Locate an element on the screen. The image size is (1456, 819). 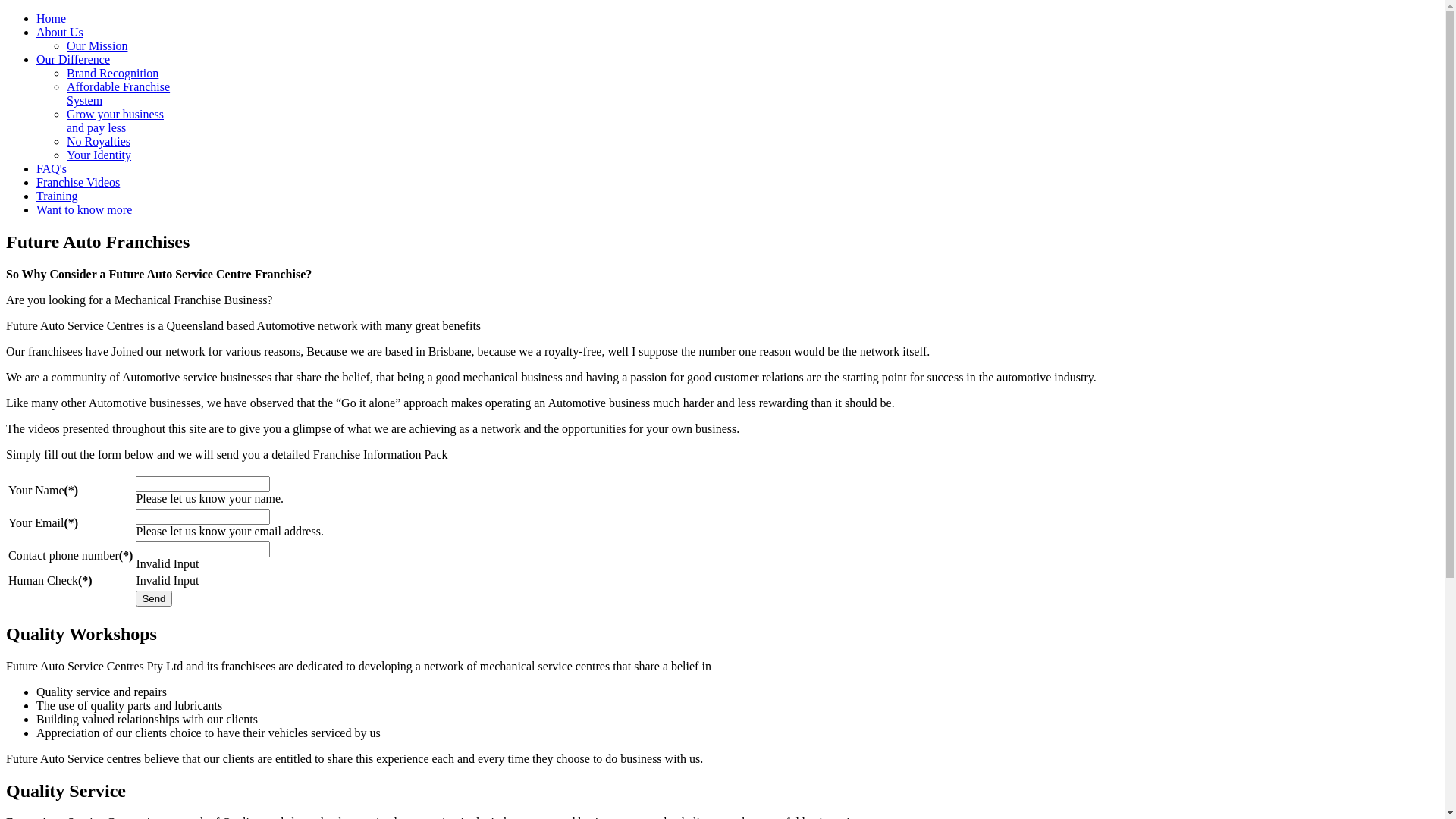
'No Royalties' is located at coordinates (97, 141).